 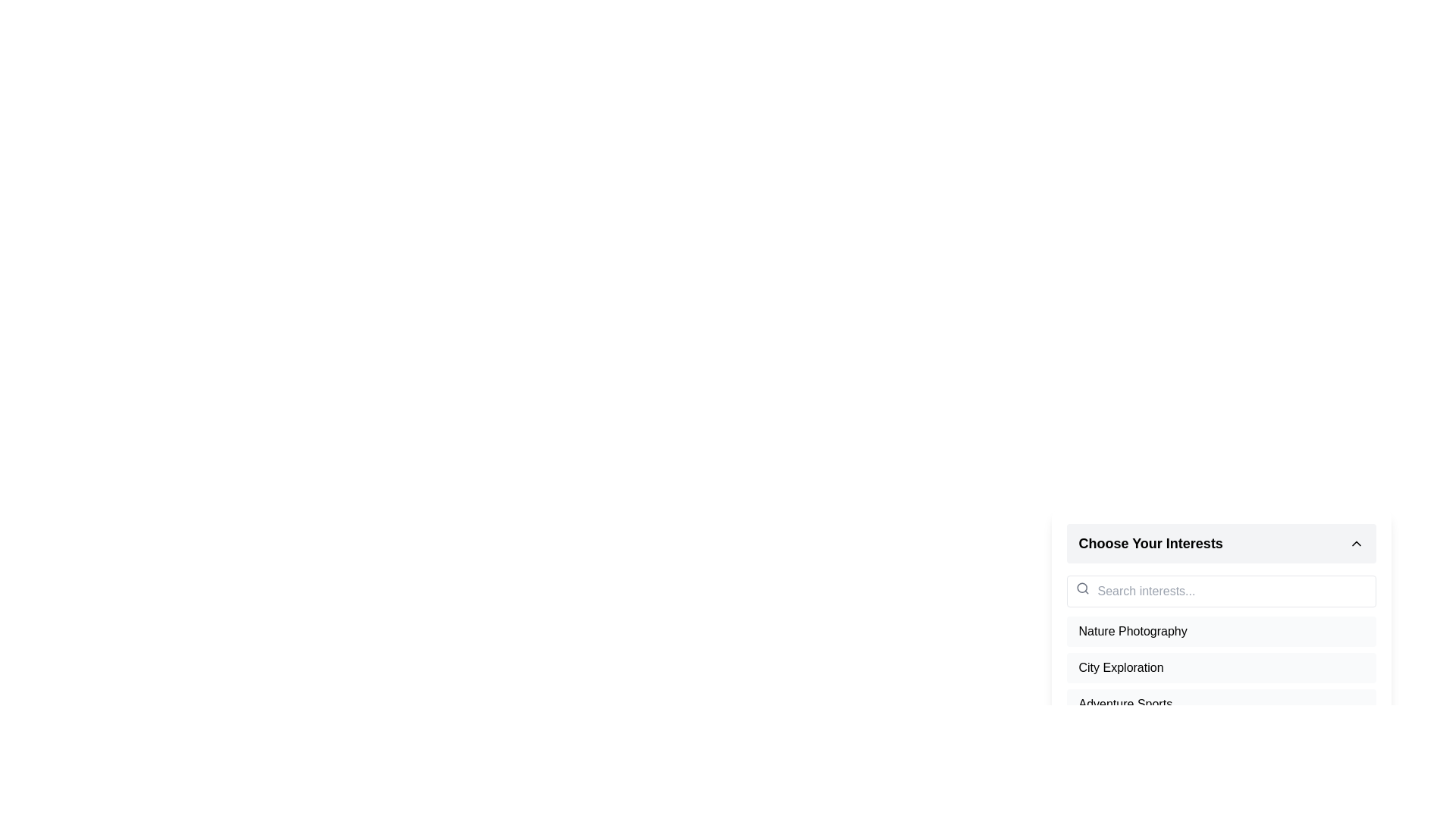 What do you see at coordinates (1356, 543) in the screenshot?
I see `the chevron icon in the top-right corner of the 'Choose Your Interests' section header` at bounding box center [1356, 543].